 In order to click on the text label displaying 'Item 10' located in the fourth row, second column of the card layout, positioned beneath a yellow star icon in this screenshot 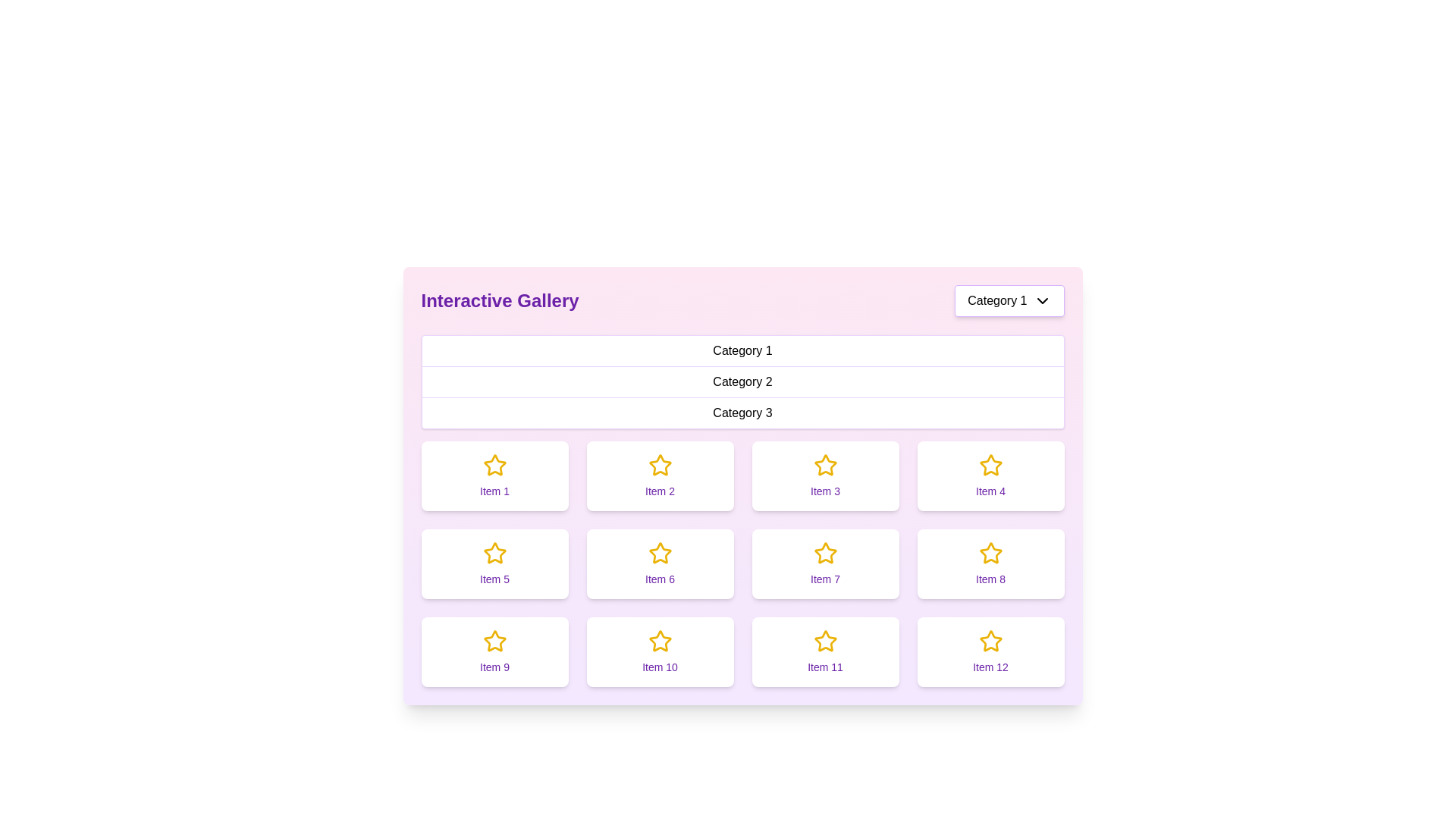, I will do `click(660, 666)`.